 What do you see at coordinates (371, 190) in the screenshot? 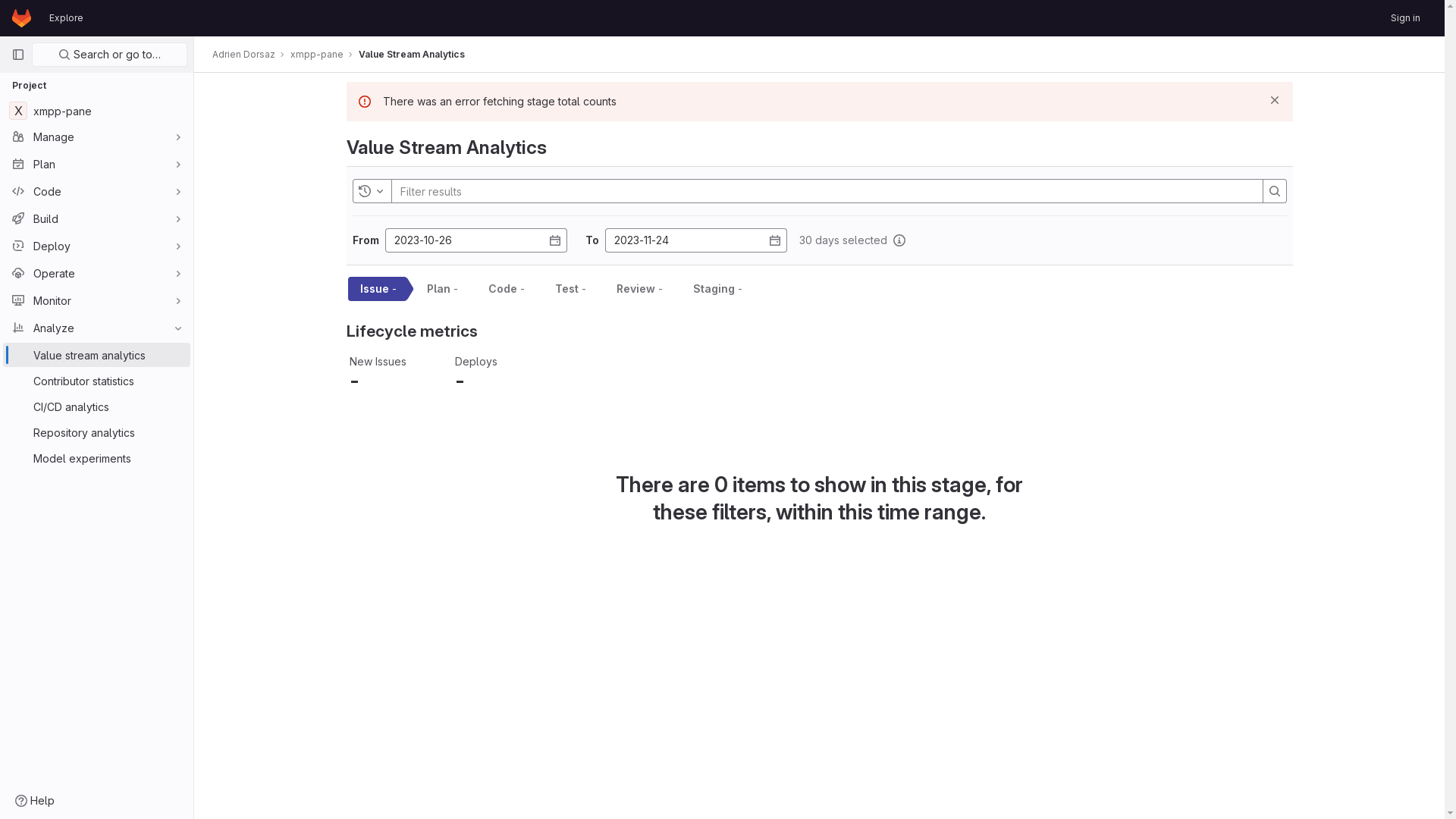
I see `'Toggle history'` at bounding box center [371, 190].